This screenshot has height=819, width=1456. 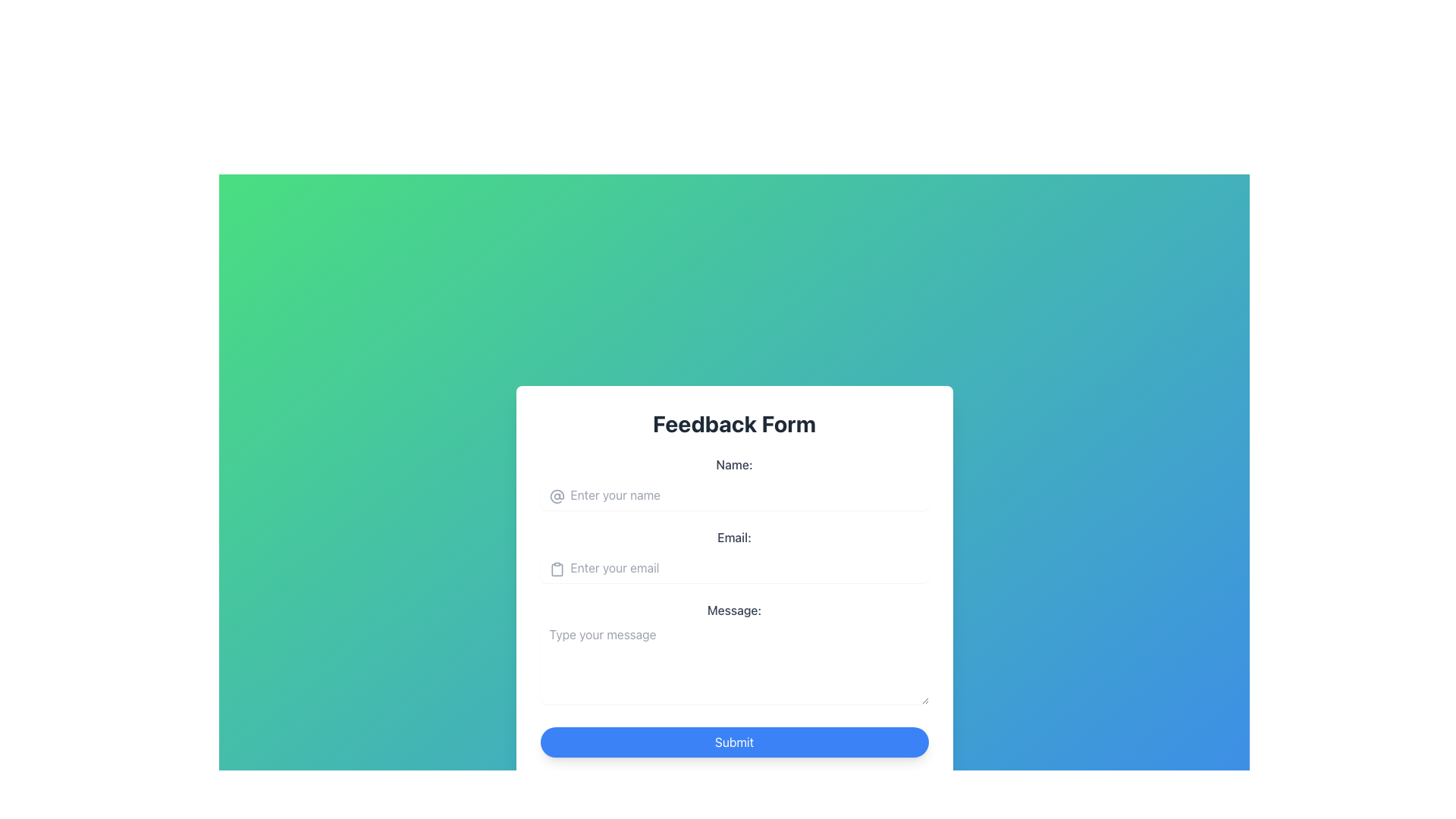 What do you see at coordinates (734, 464) in the screenshot?
I see `the label indicating the input field for entering the user's name in the feedback form, located directly under the heading 'Feedback Form'` at bounding box center [734, 464].